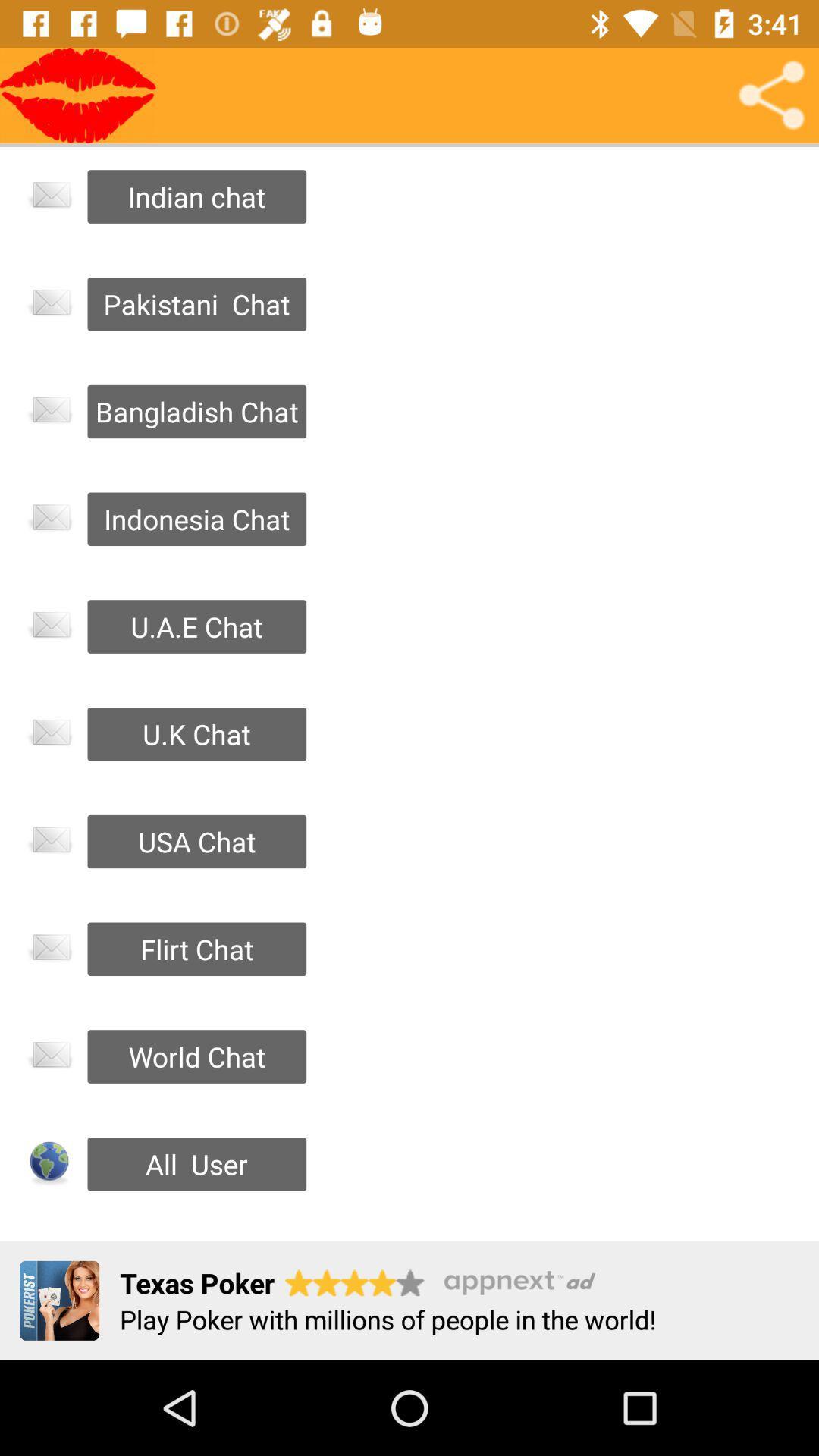 This screenshot has width=819, height=1456. I want to click on the share icon, so click(771, 94).